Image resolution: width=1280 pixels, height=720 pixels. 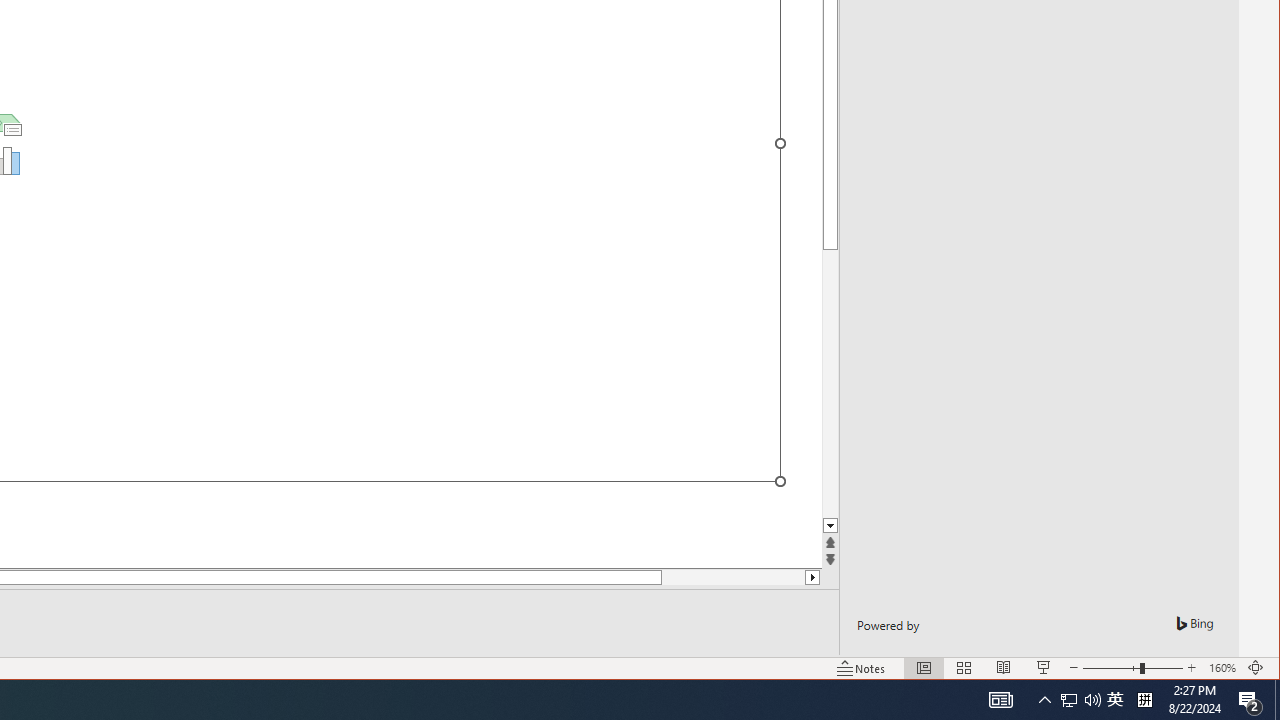 I want to click on 'Reading View', so click(x=1004, y=668).